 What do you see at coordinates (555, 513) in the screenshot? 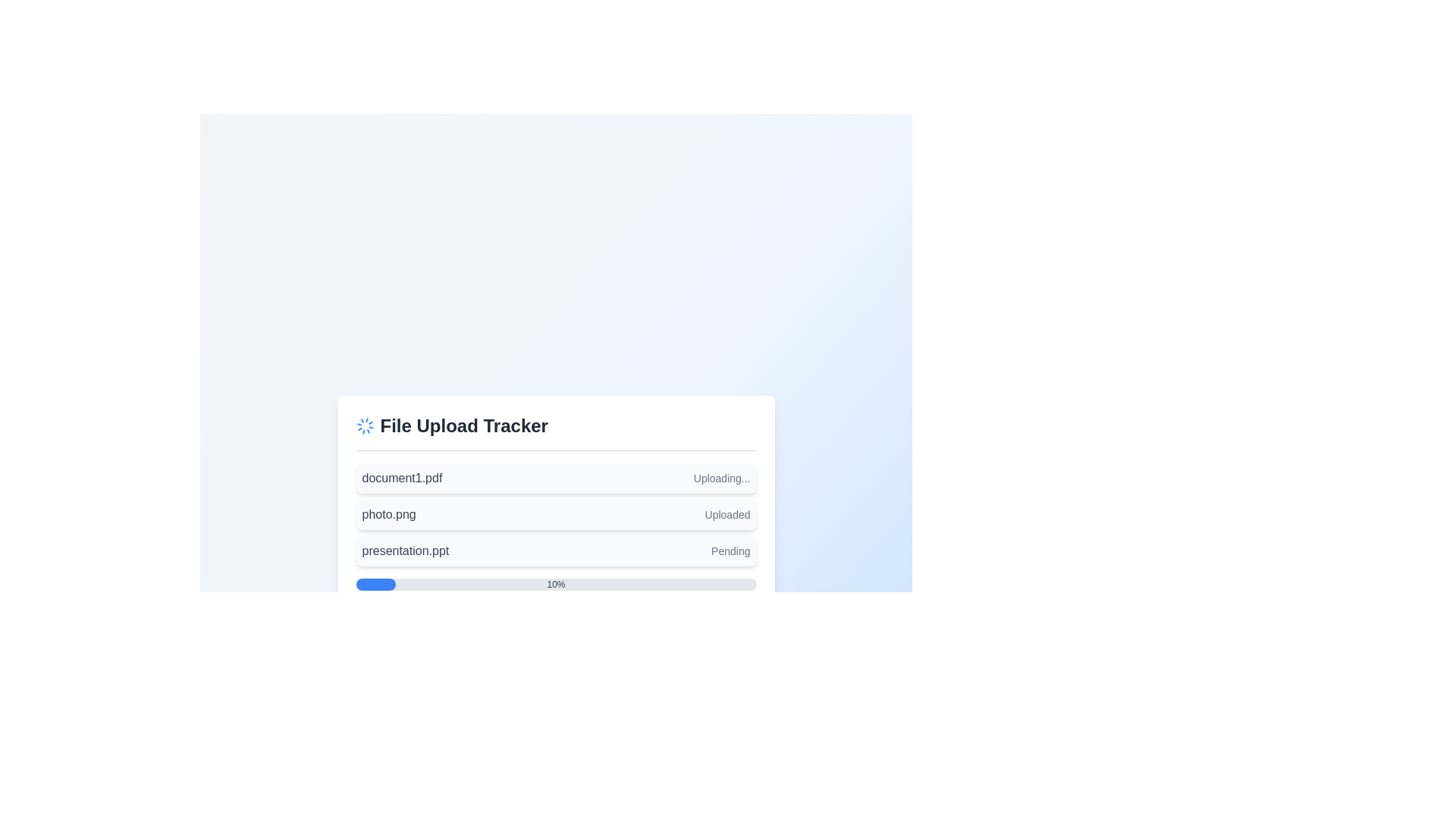
I see `the informative status display bar showing 'photo.png' on the left and 'Uploaded' on the right` at bounding box center [555, 513].